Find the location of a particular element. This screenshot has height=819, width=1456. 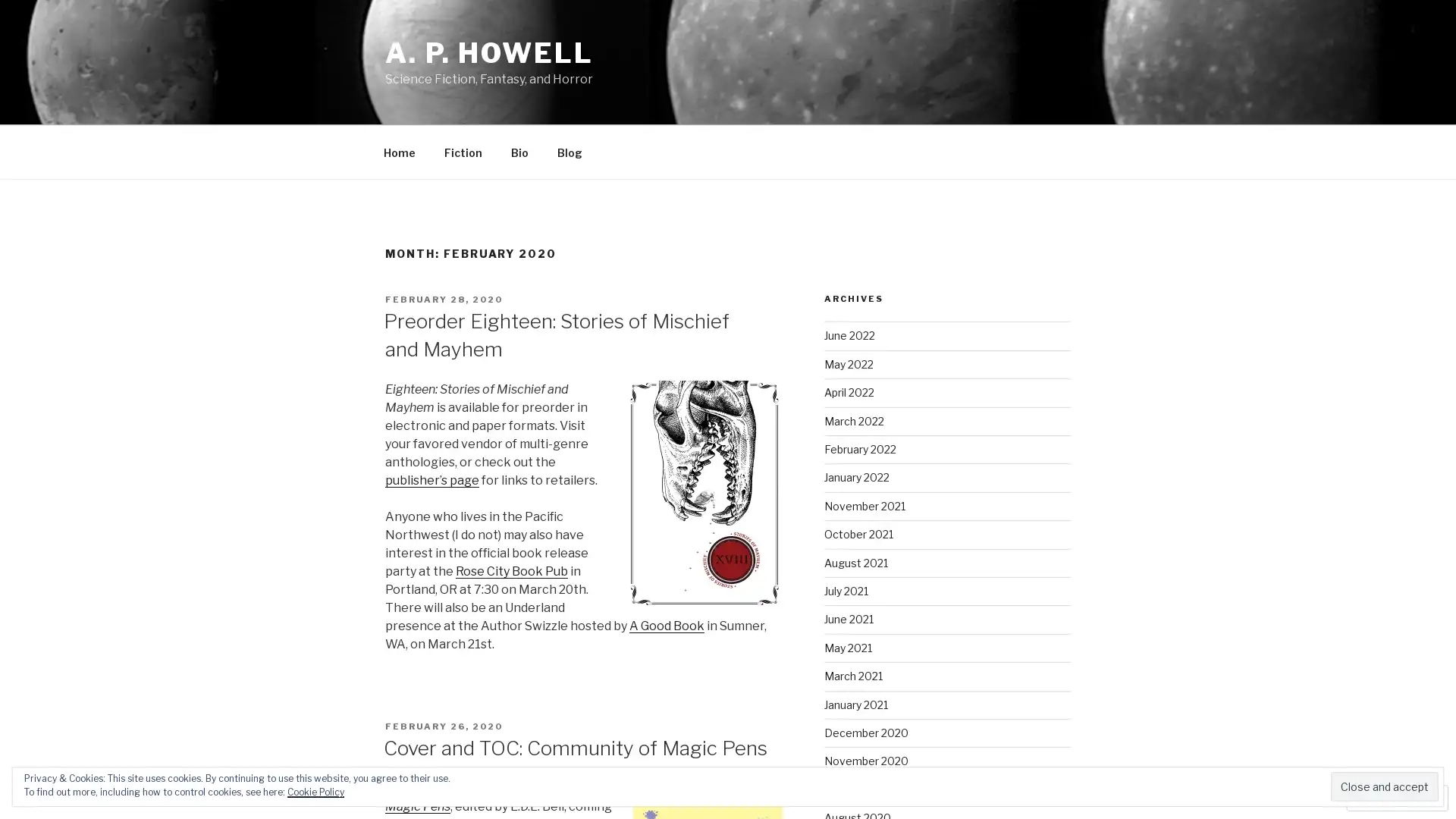

Close and accept is located at coordinates (1384, 786).